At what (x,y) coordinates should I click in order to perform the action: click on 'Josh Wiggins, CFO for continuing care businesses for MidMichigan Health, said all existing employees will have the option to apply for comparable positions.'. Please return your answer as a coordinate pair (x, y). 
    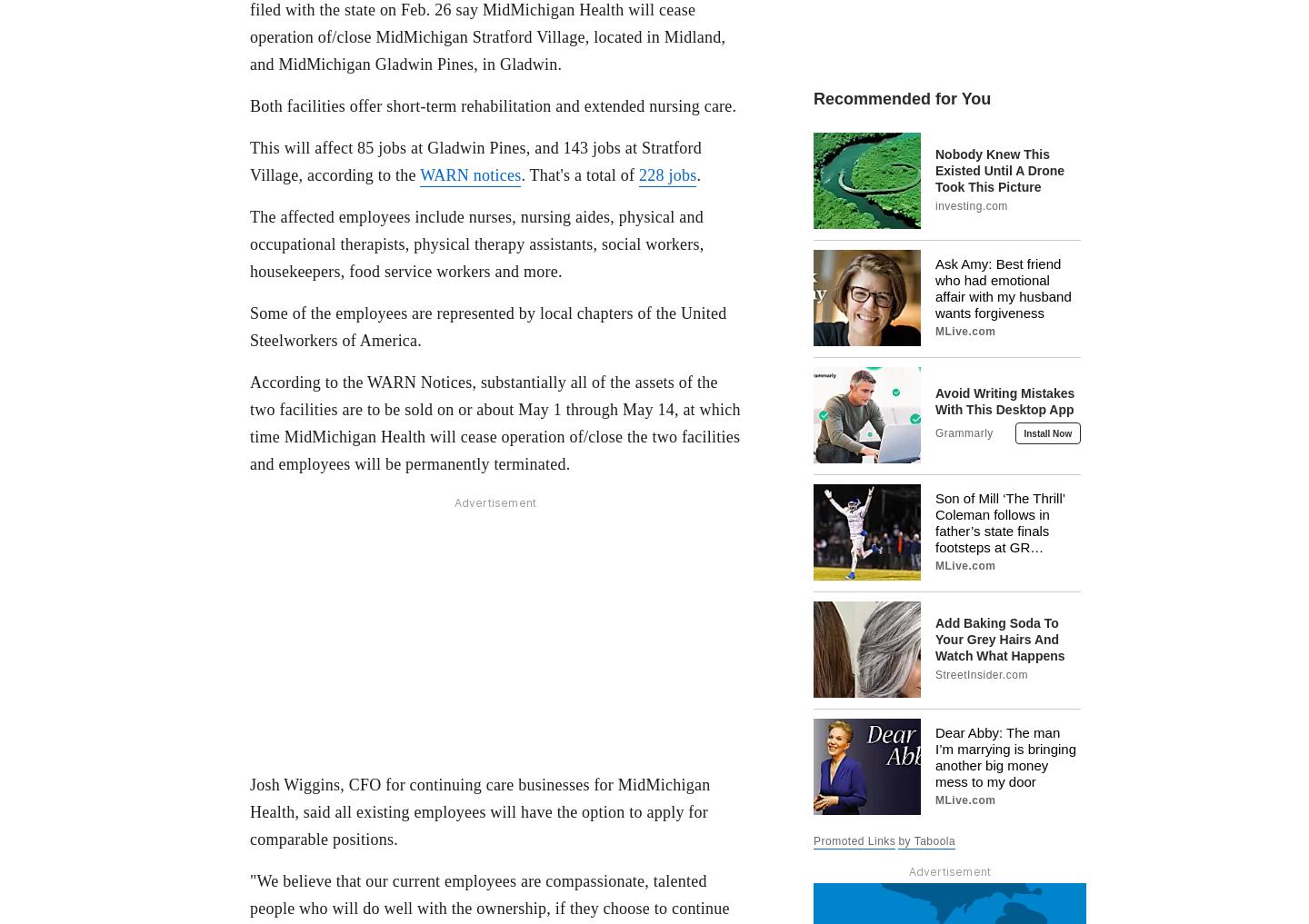
    Looking at the image, I should click on (249, 811).